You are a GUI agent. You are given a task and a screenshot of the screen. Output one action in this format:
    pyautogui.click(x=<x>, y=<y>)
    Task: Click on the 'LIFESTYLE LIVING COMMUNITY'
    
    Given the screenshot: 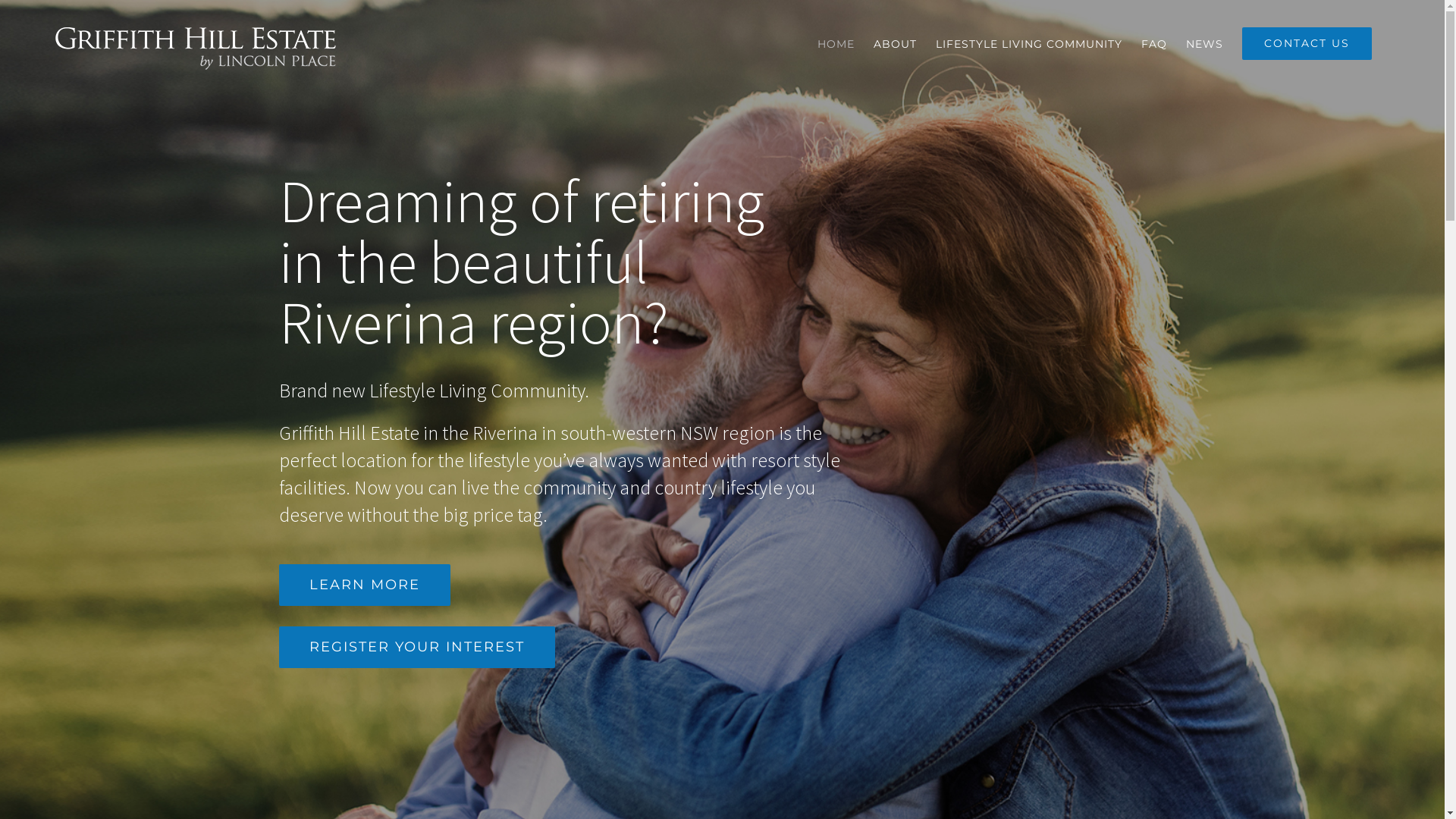 What is the action you would take?
    pyautogui.click(x=934, y=42)
    